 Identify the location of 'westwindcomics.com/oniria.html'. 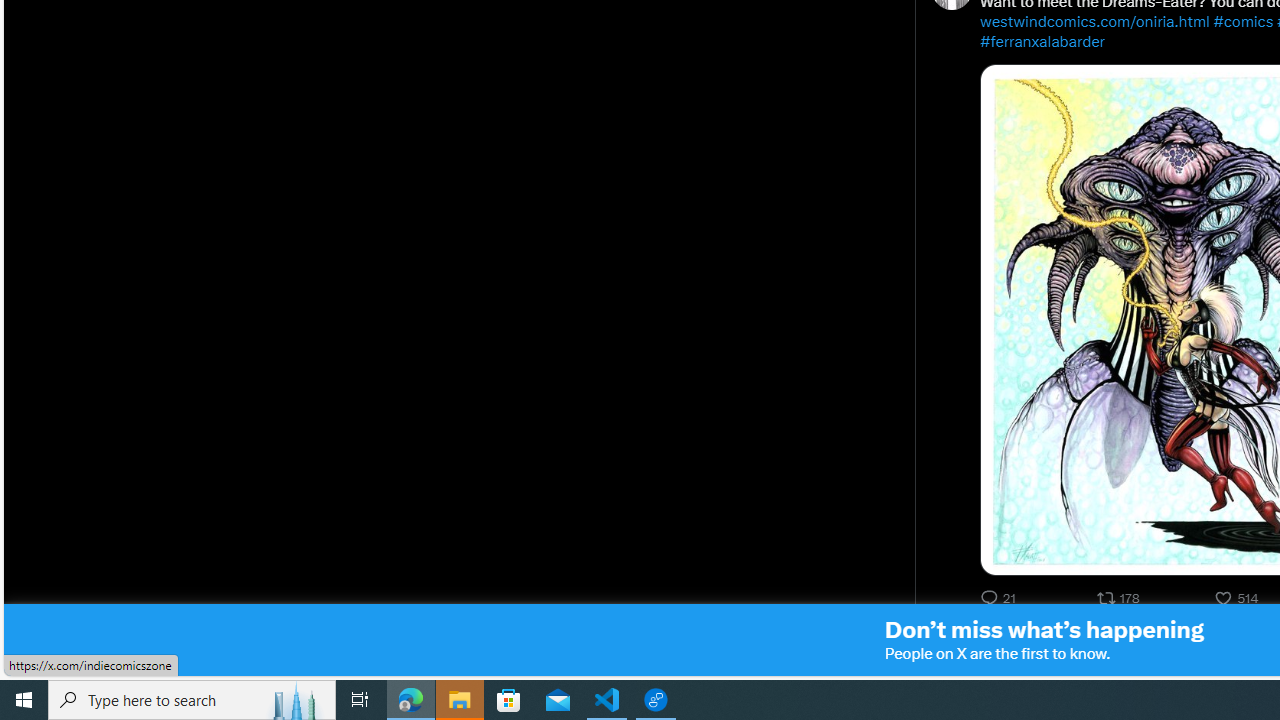
(1094, 22).